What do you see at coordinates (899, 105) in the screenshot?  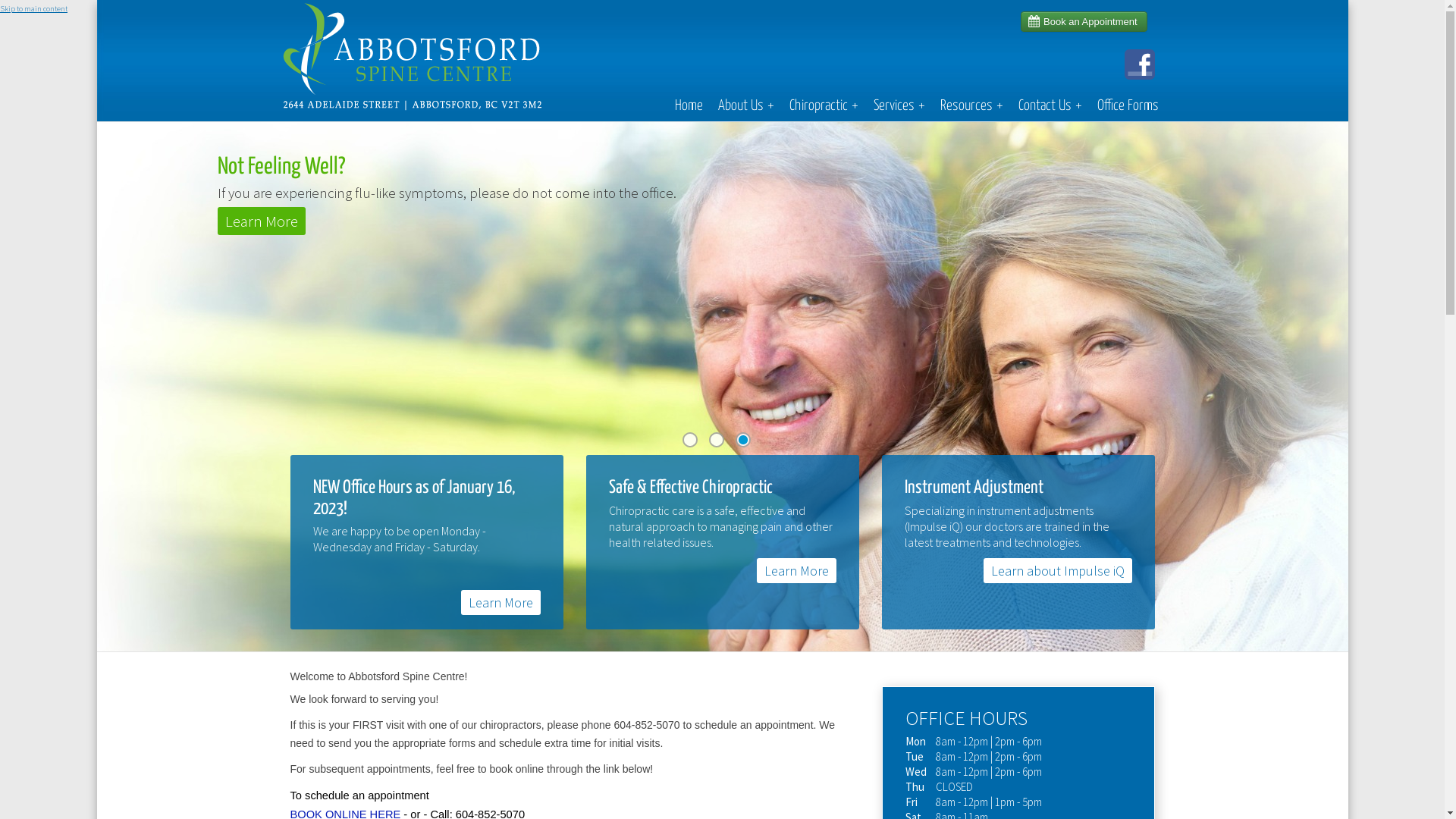 I see `'Services+'` at bounding box center [899, 105].